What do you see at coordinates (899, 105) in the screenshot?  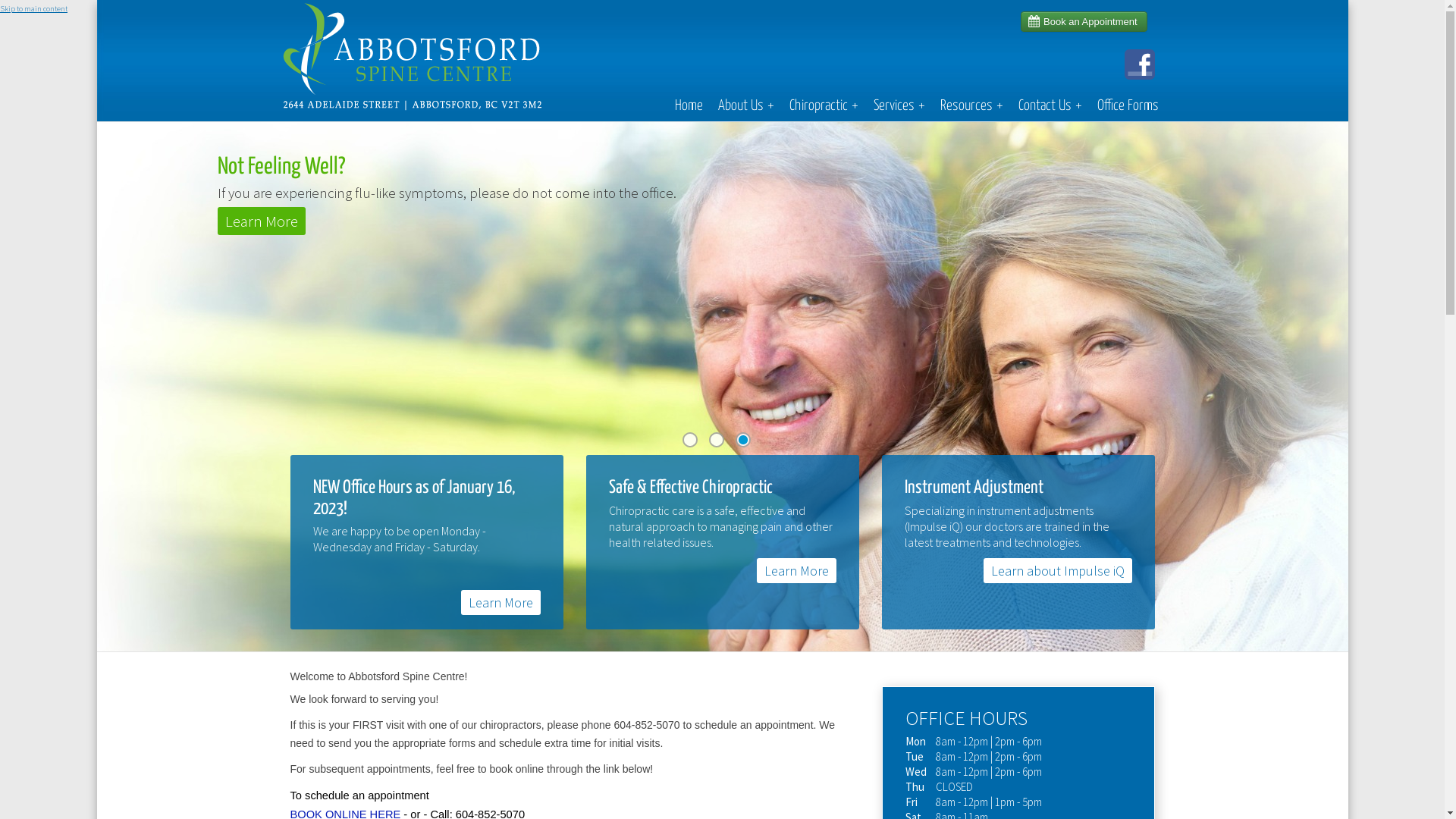 I see `'Services+'` at bounding box center [899, 105].